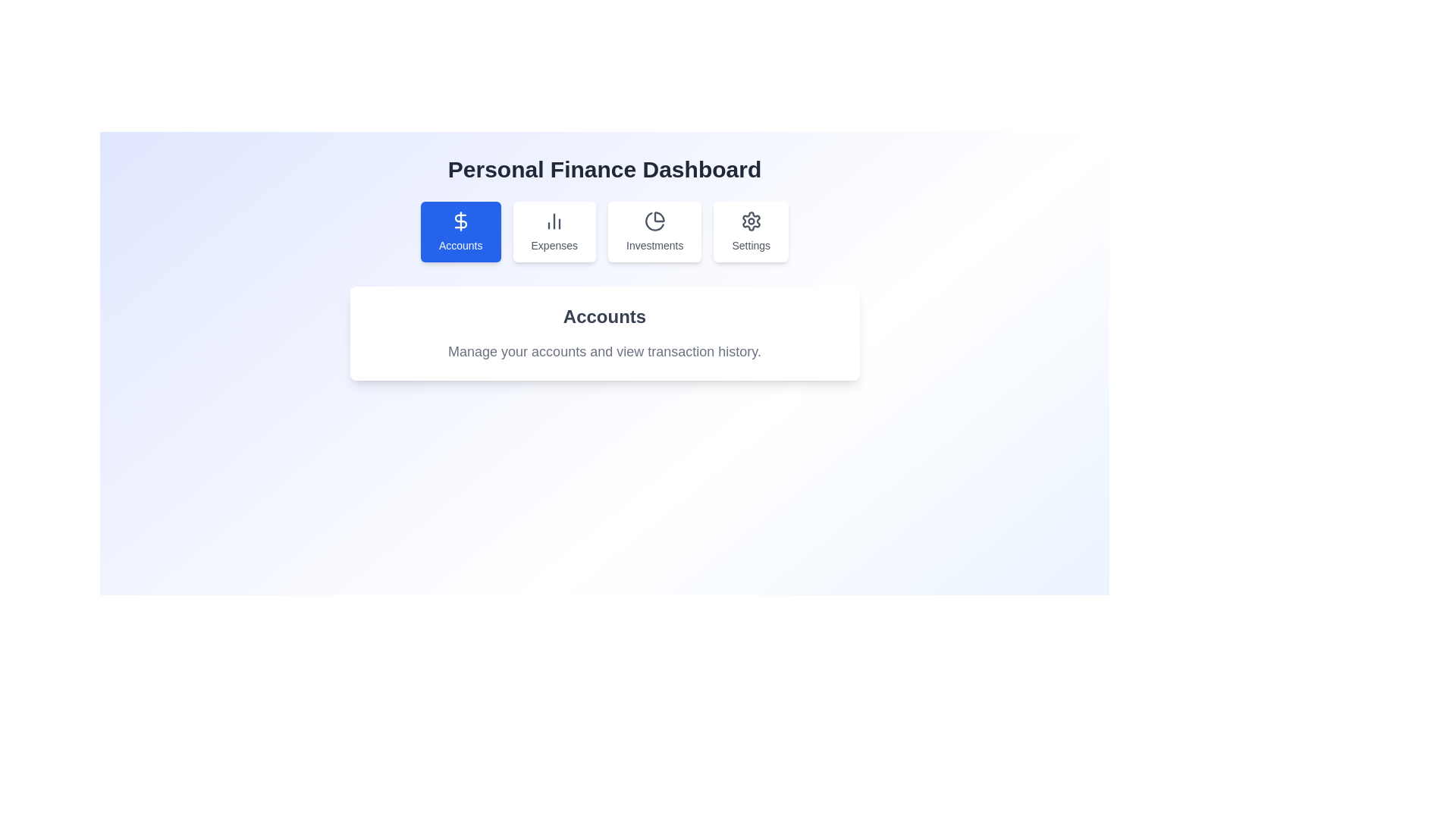  Describe the element at coordinates (604, 315) in the screenshot. I see `the heading text element that indicates the purpose or title of the section, located above the text 'Manage your accounts and view transaction history.'` at that location.